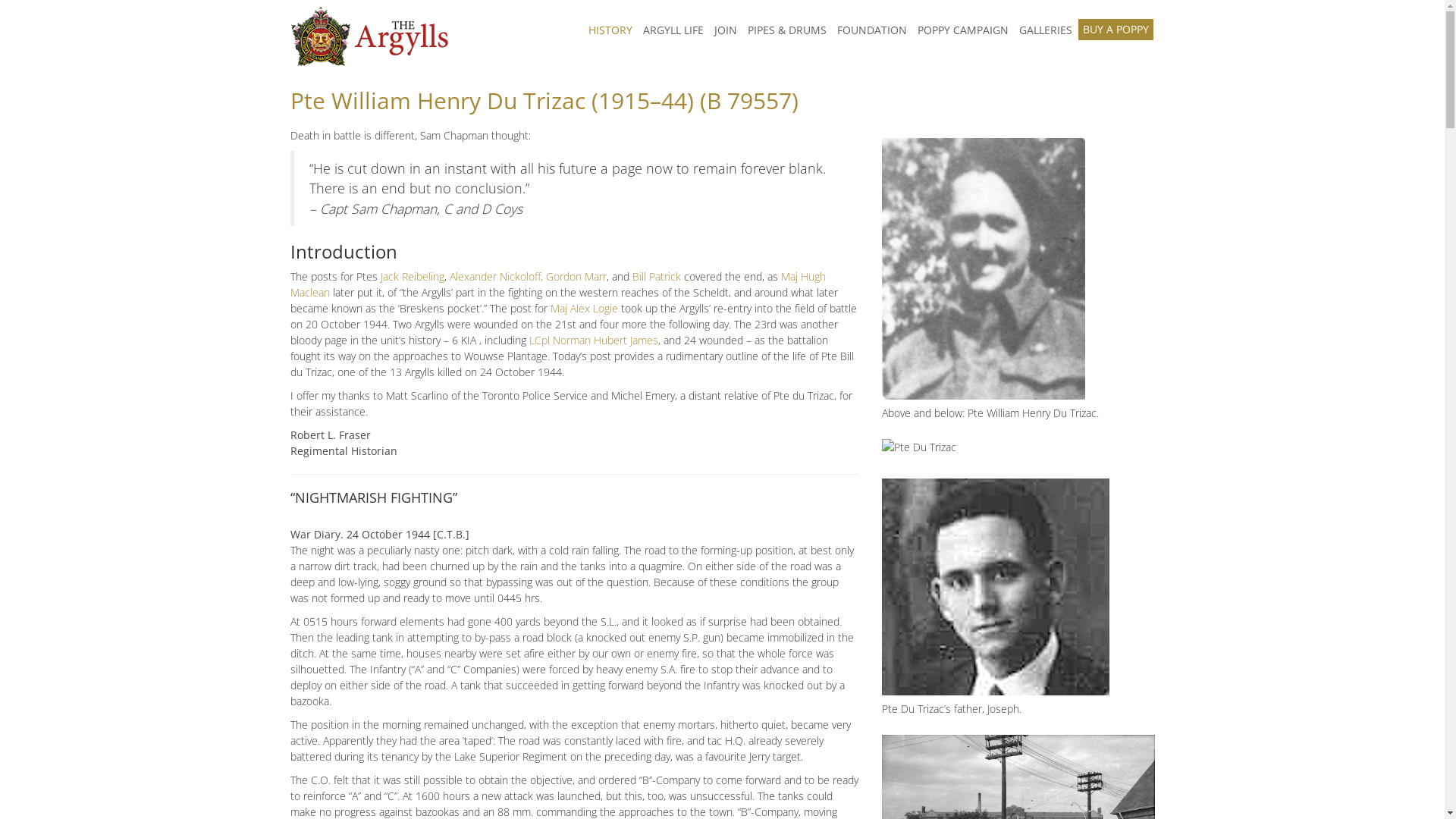 The height and width of the screenshot is (819, 1456). What do you see at coordinates (786, 30) in the screenshot?
I see `'PIPES & DRUMS'` at bounding box center [786, 30].